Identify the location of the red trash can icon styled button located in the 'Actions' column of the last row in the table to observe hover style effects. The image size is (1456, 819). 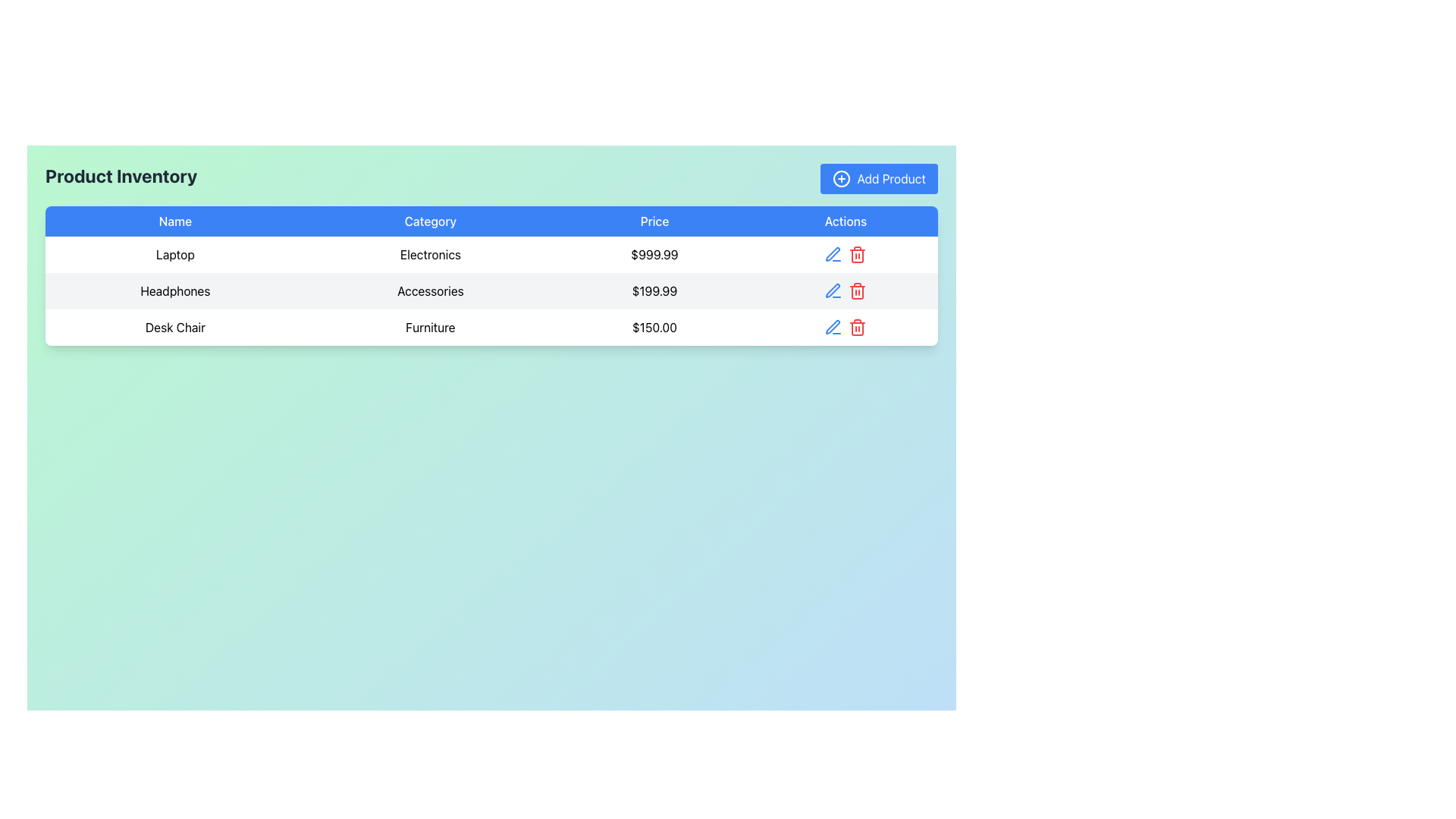
(858, 327).